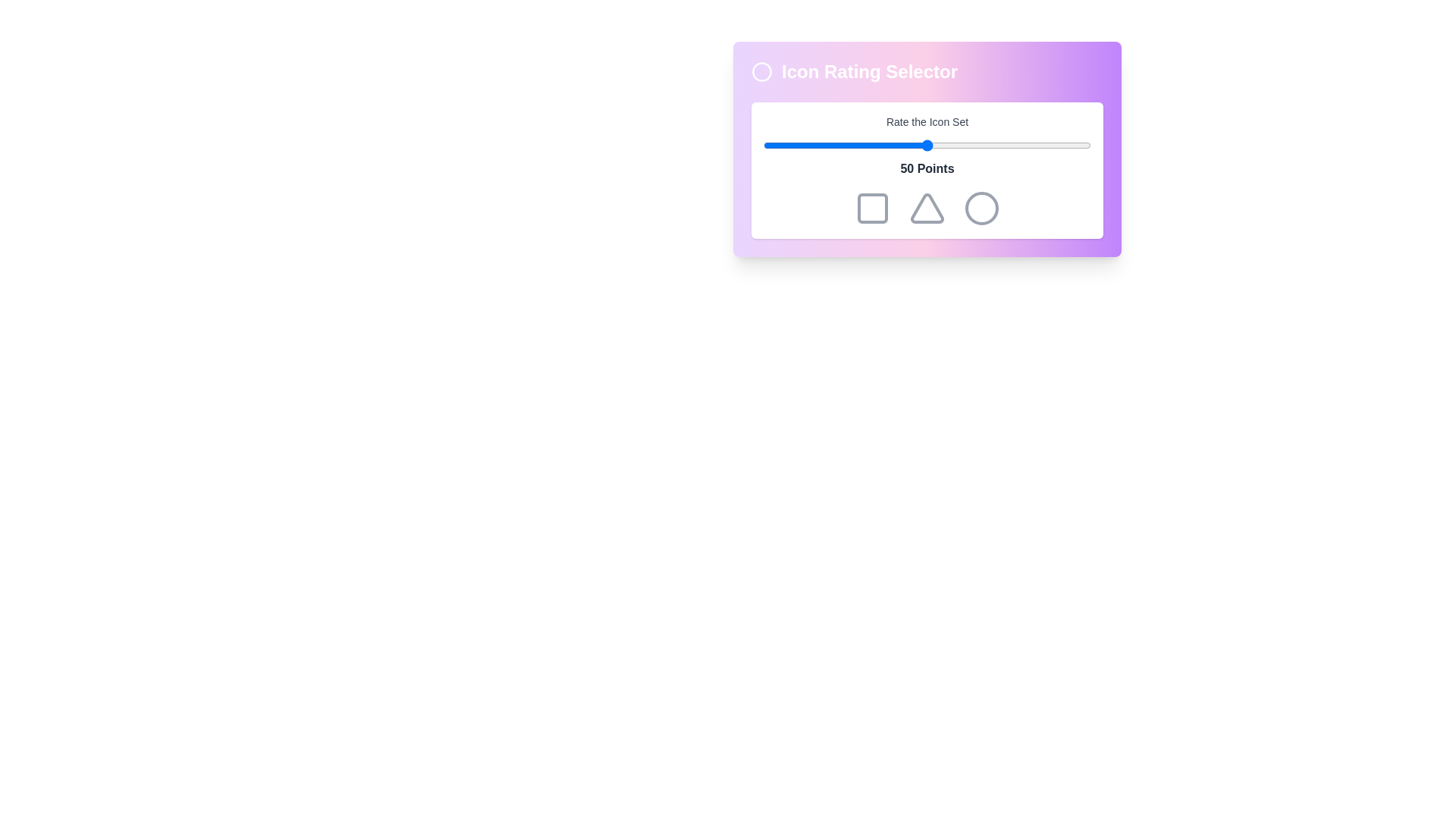 This screenshot has height=819, width=1456. Describe the element at coordinates (1009, 146) in the screenshot. I see `the slider to 75 percent to observe the color changes of the icons` at that location.